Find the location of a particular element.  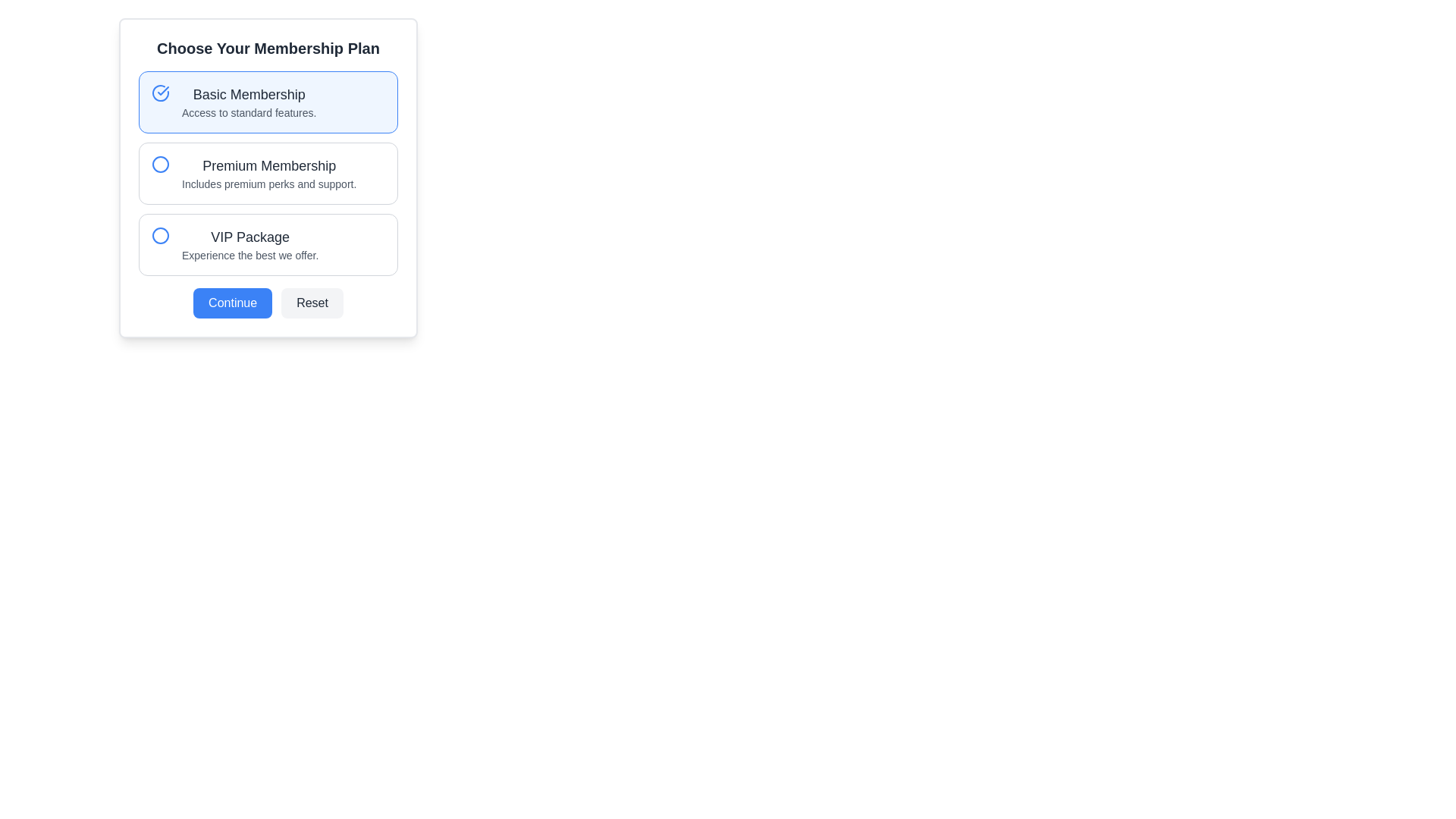

the 'Reset' button, which is a rectangular button with a light-gray background and dark-gray text, located at the bottom-right section of a card layout is located at coordinates (312, 303).